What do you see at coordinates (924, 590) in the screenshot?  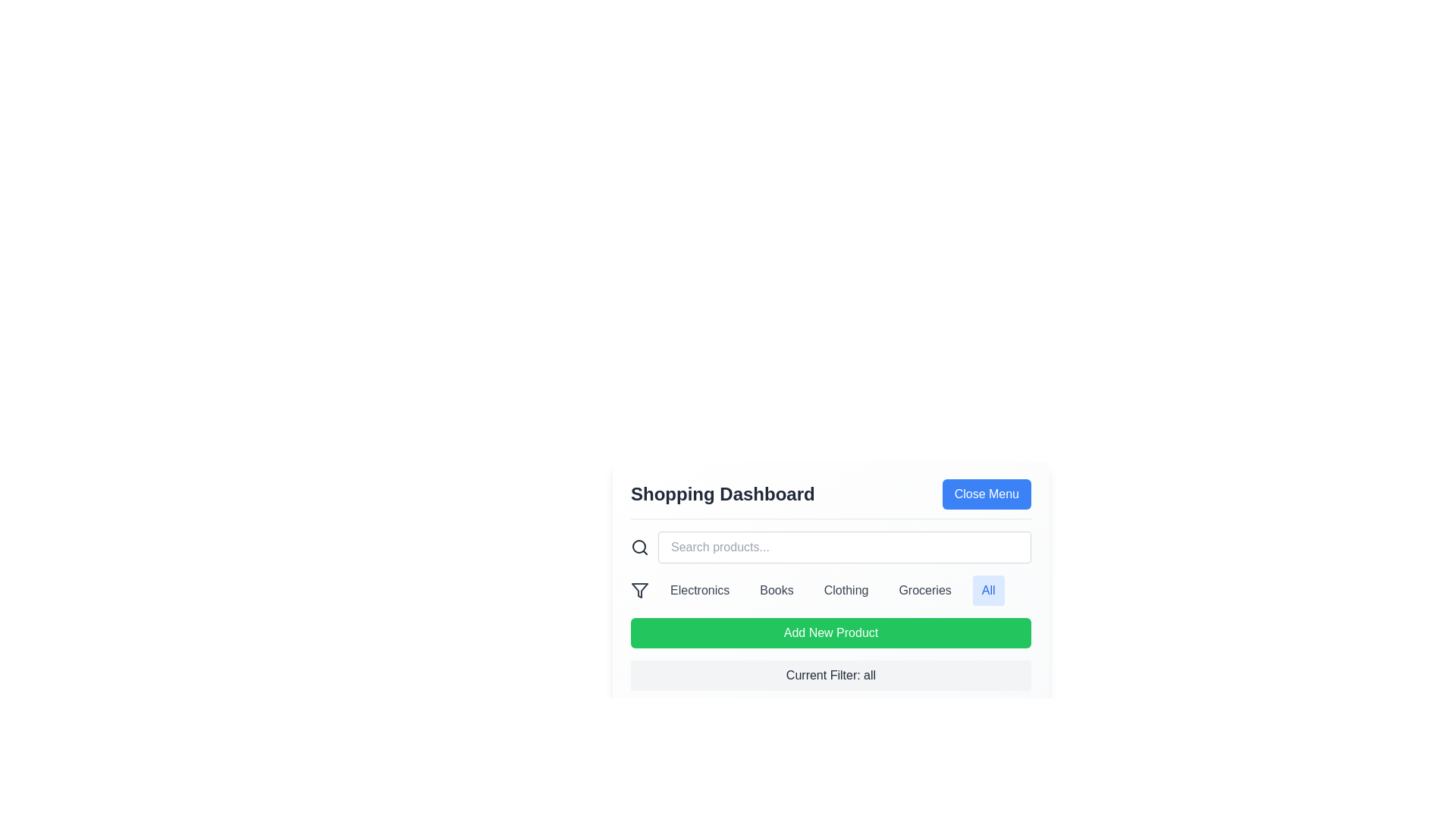 I see `the 'Groceries' filter button, which is the fourth button in the horizontal menu, located between 'Clothing' and 'All', to change its style` at bounding box center [924, 590].